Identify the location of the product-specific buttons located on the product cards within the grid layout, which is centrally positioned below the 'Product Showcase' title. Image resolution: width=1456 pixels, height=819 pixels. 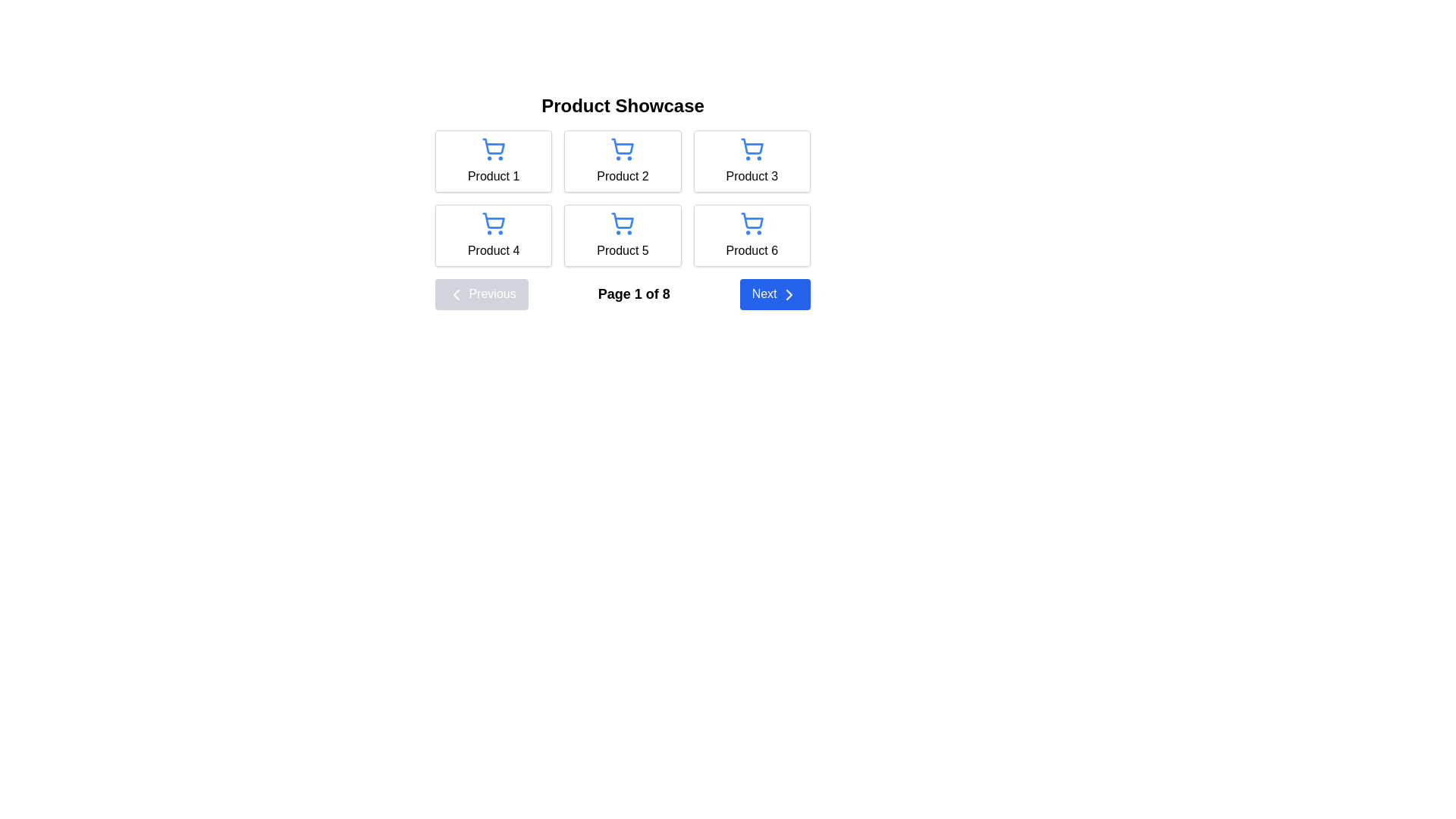
(623, 195).